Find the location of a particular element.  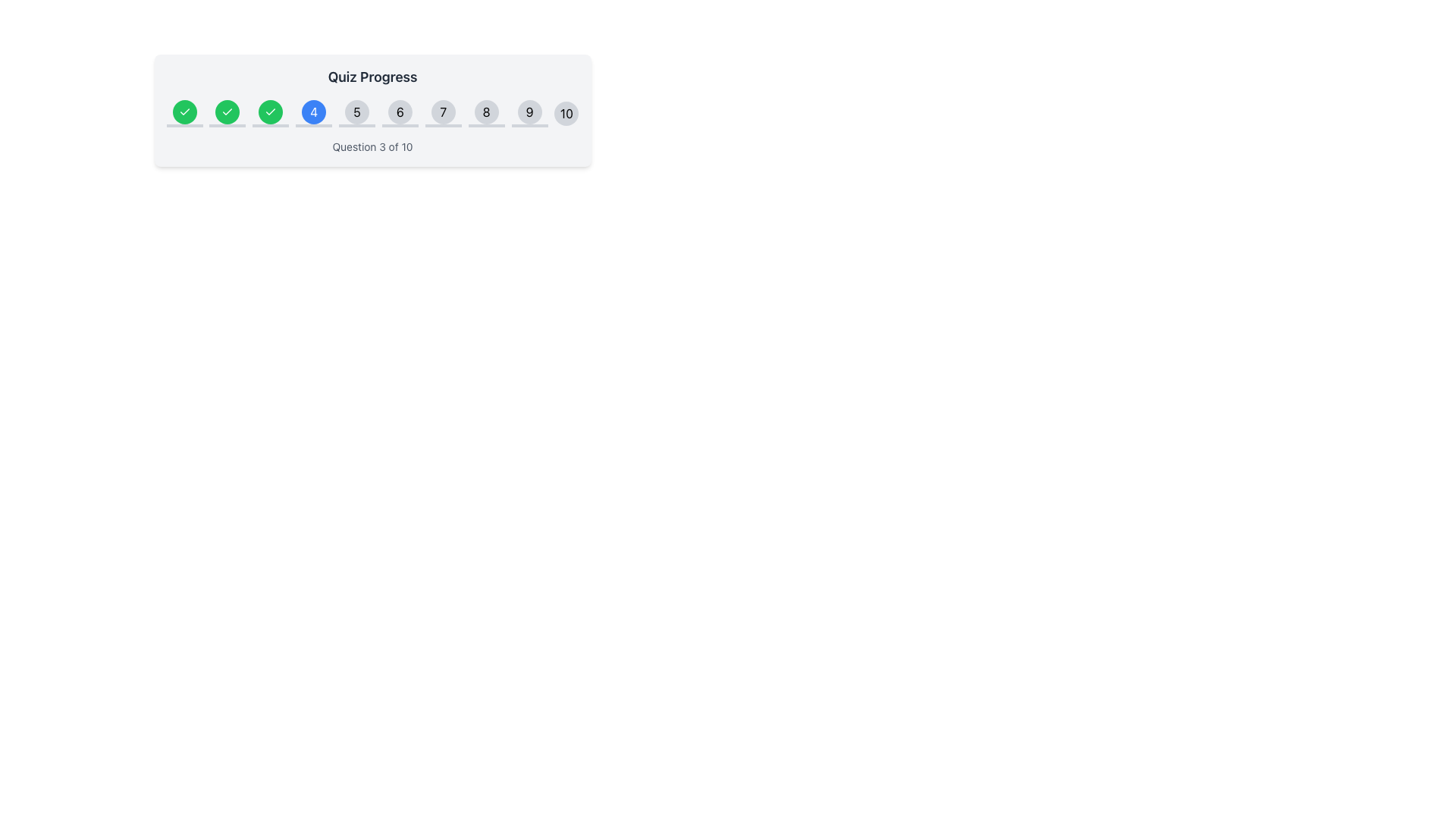

the status of the circular green icon with a white checkmark, which indicates completion or confirmation, located in the horizontal progress tracker as the third item from the left is located at coordinates (227, 111).